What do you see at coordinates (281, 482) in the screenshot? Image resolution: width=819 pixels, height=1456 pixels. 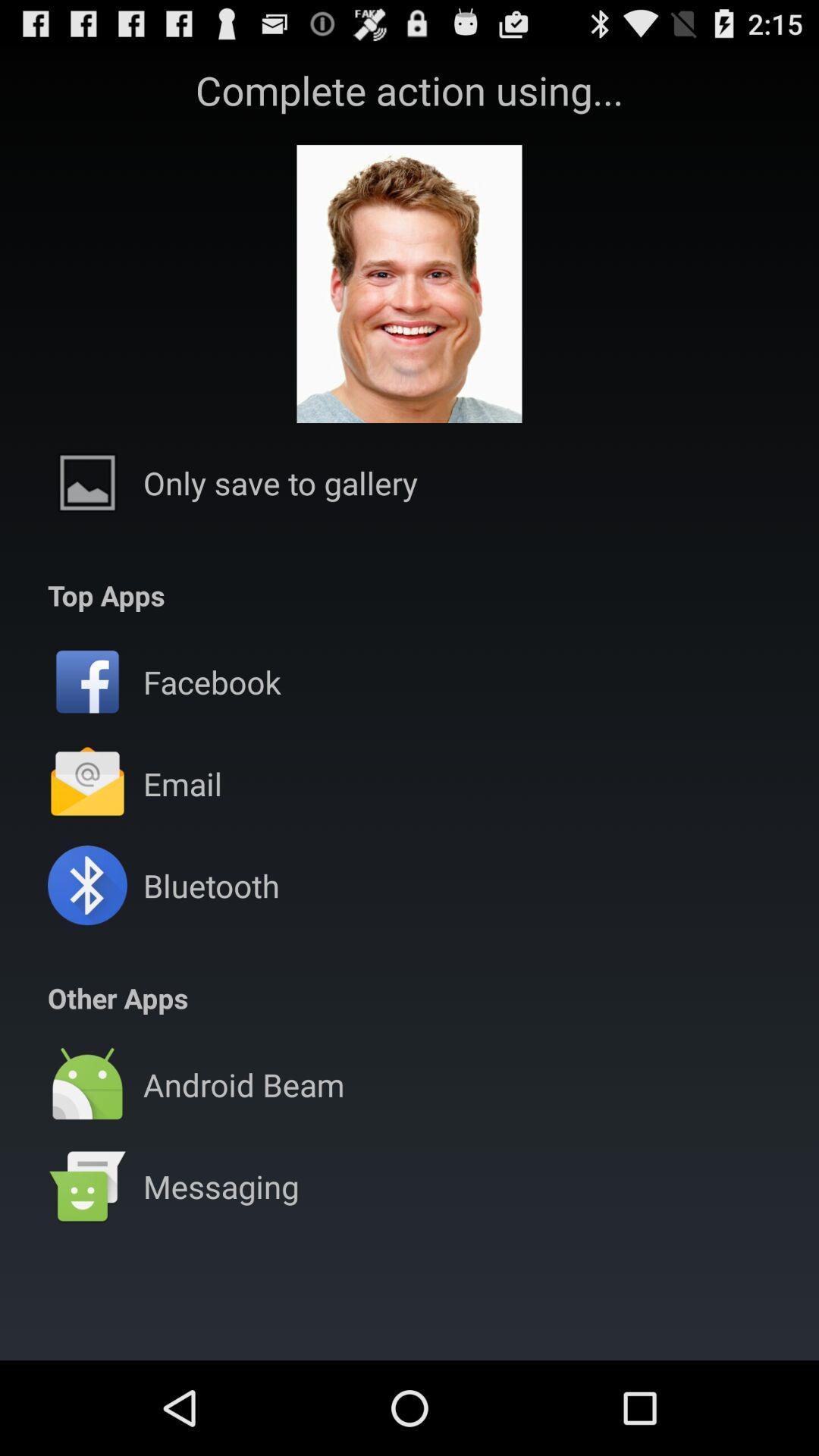 I see `only save to app` at bounding box center [281, 482].